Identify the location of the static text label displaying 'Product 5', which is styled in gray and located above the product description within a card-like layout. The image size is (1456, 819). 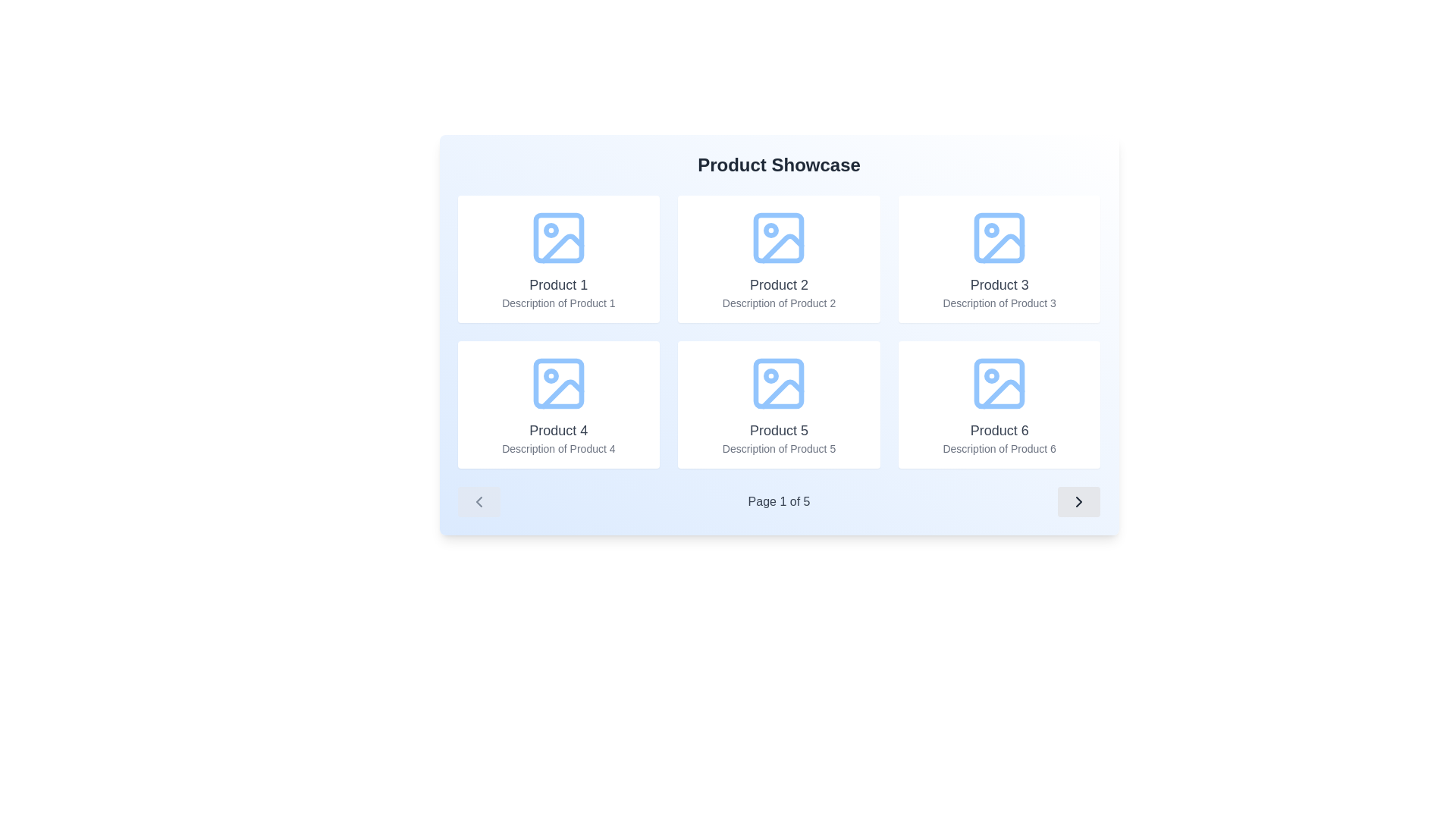
(779, 430).